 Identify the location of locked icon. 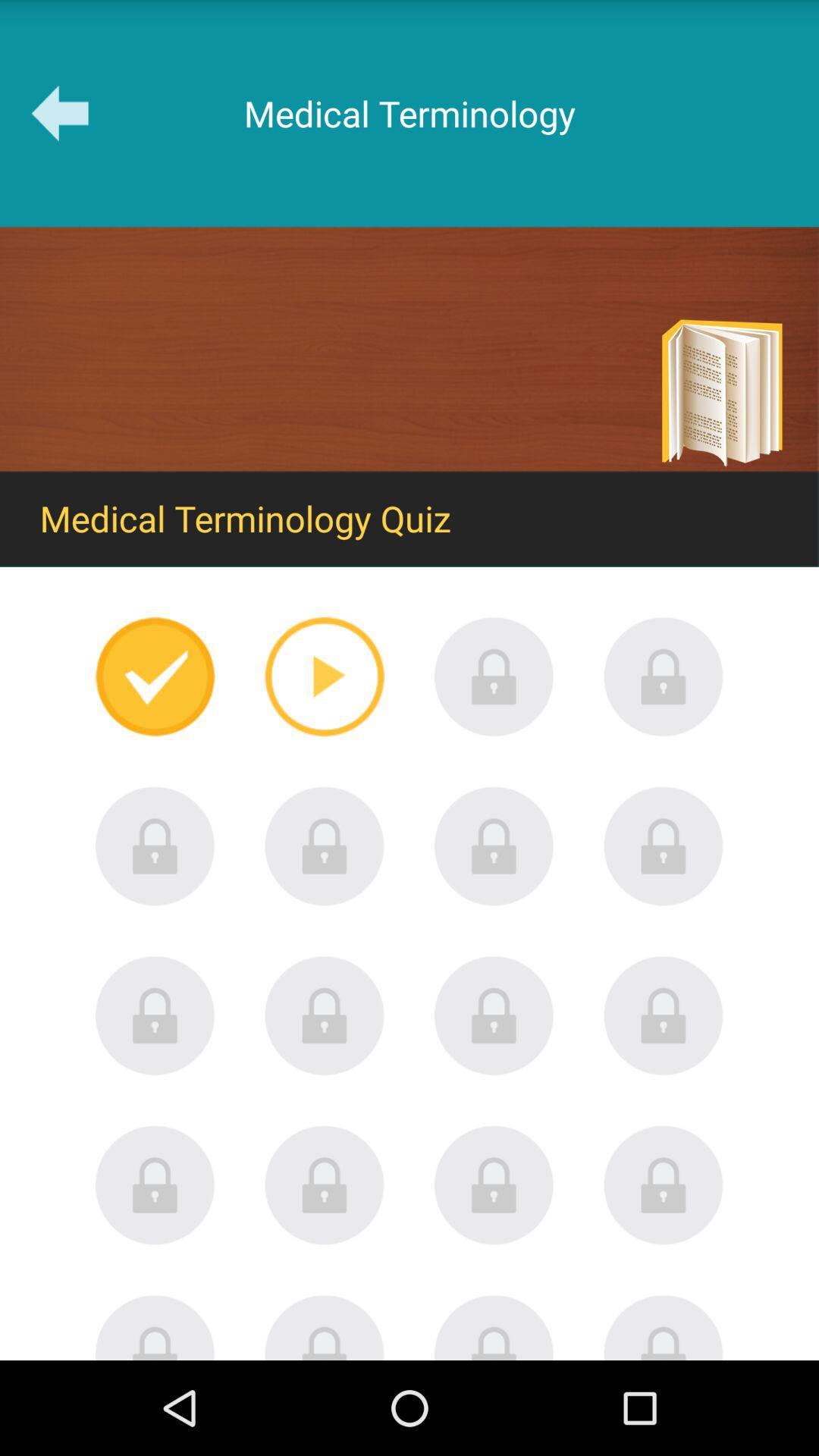
(663, 1185).